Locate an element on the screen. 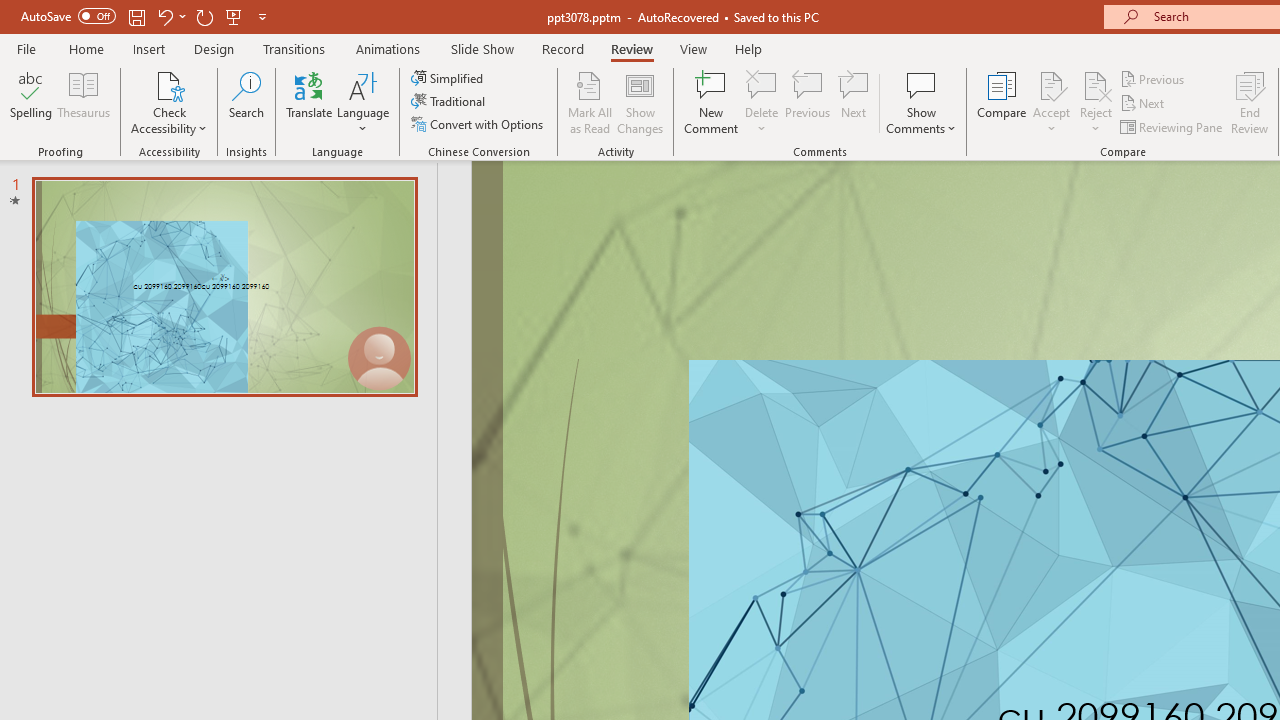 The width and height of the screenshot is (1280, 720). 'New Comment' is located at coordinates (711, 103).